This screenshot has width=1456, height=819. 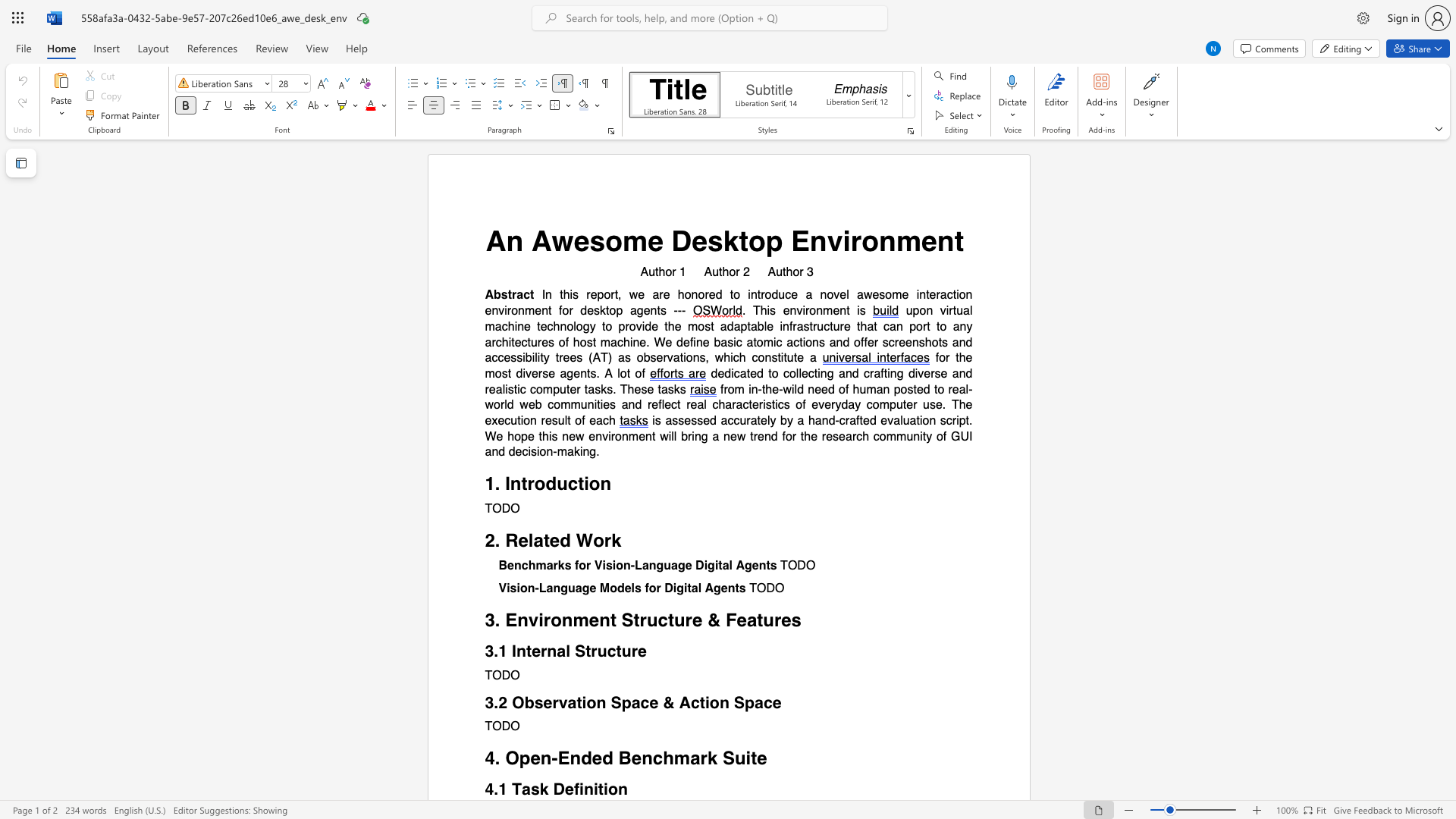 What do you see at coordinates (631, 758) in the screenshot?
I see `the subset text "ench" within the text "4. Open-Ended Benchmark Suite"` at bounding box center [631, 758].